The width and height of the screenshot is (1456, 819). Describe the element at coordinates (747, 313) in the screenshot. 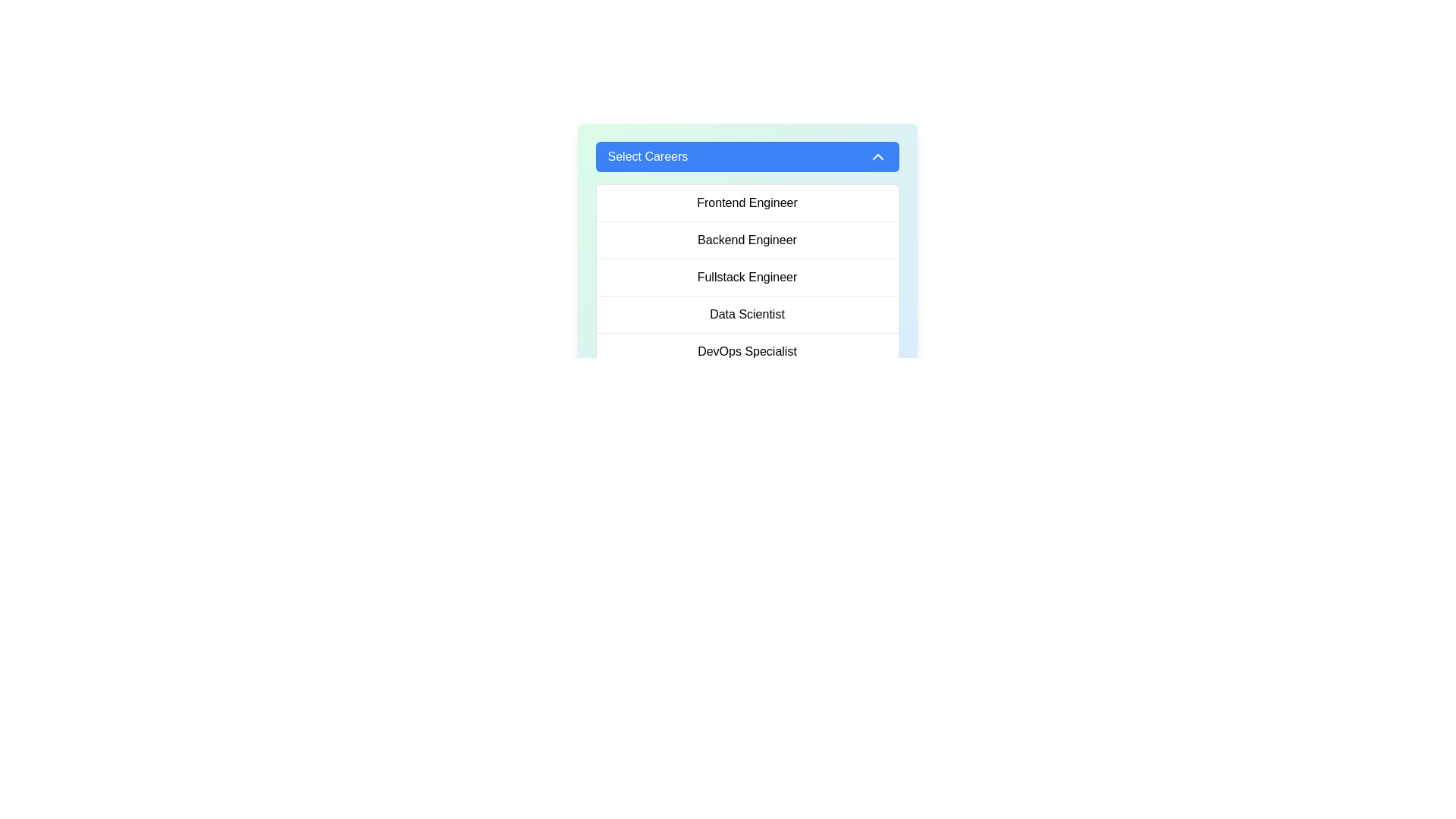

I see `the static text label for the selectable career option located within the dropdown panel labeled 'Select Careers', specifically the fourth item in the list, positioned between 'Fullstack Engineer' and 'DevOps Specialist'` at that location.